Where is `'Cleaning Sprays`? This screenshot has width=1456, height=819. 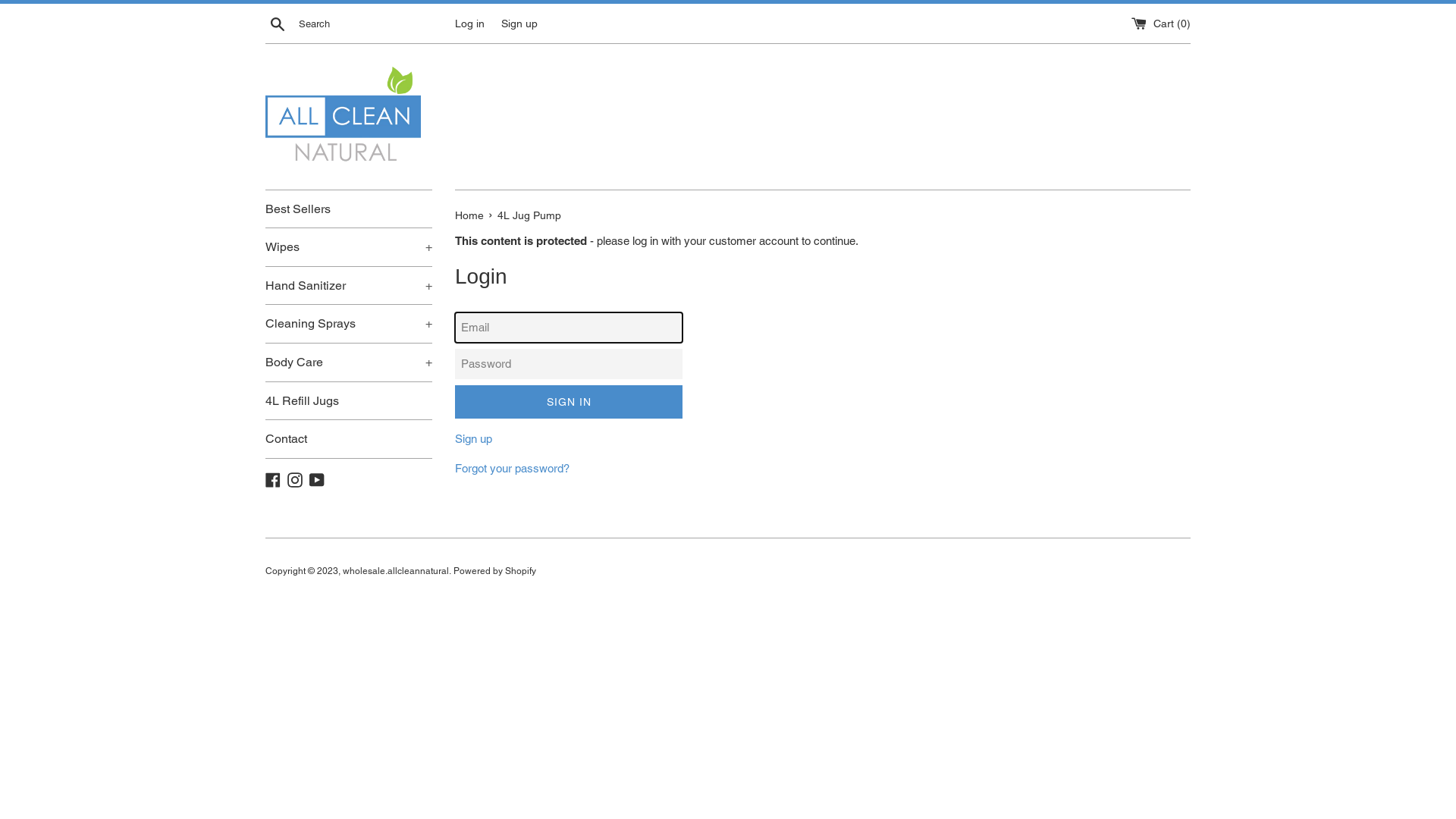
'Cleaning Sprays is located at coordinates (348, 323).